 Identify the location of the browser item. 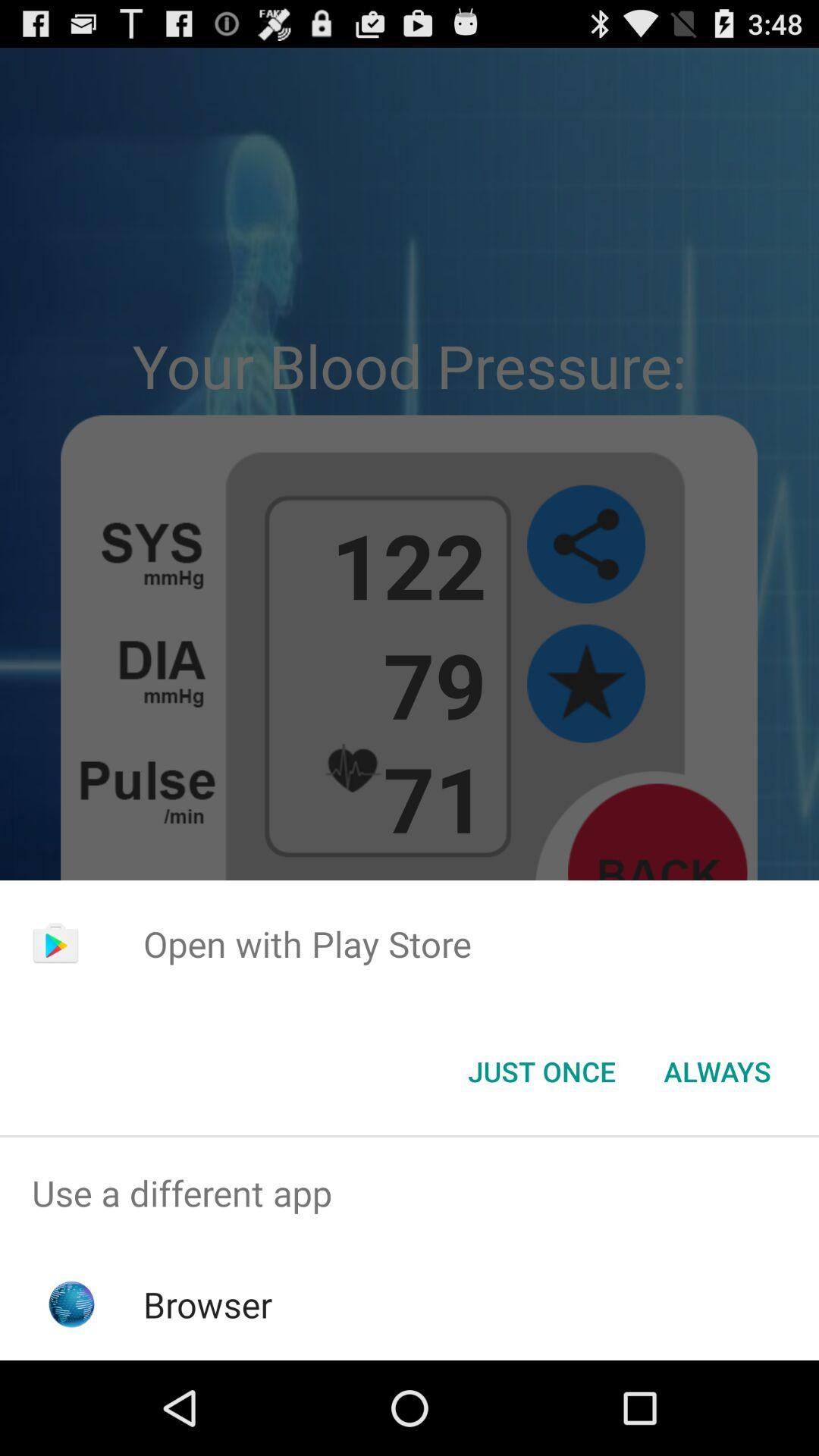
(208, 1304).